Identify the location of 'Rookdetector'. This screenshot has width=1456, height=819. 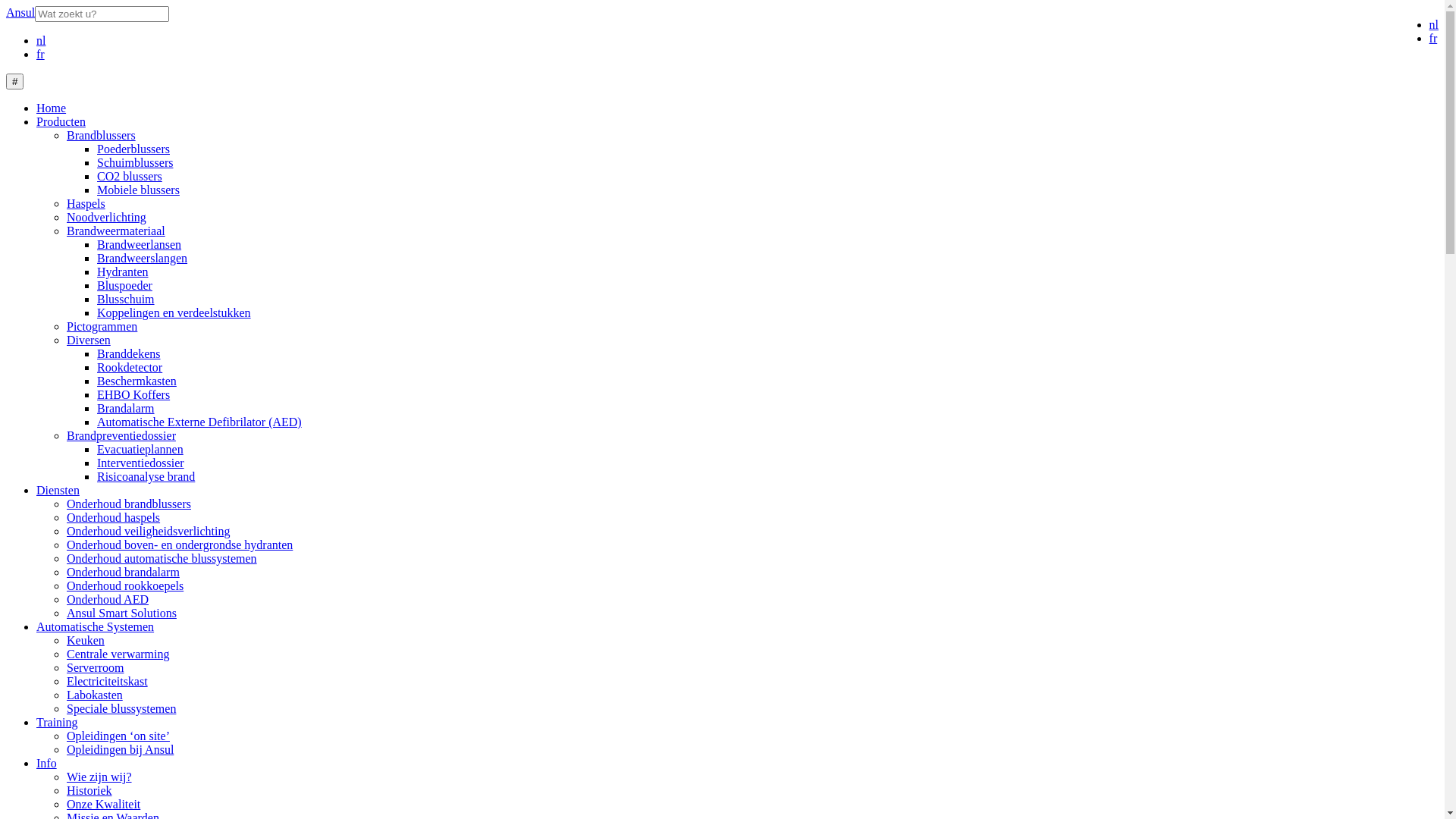
(130, 367).